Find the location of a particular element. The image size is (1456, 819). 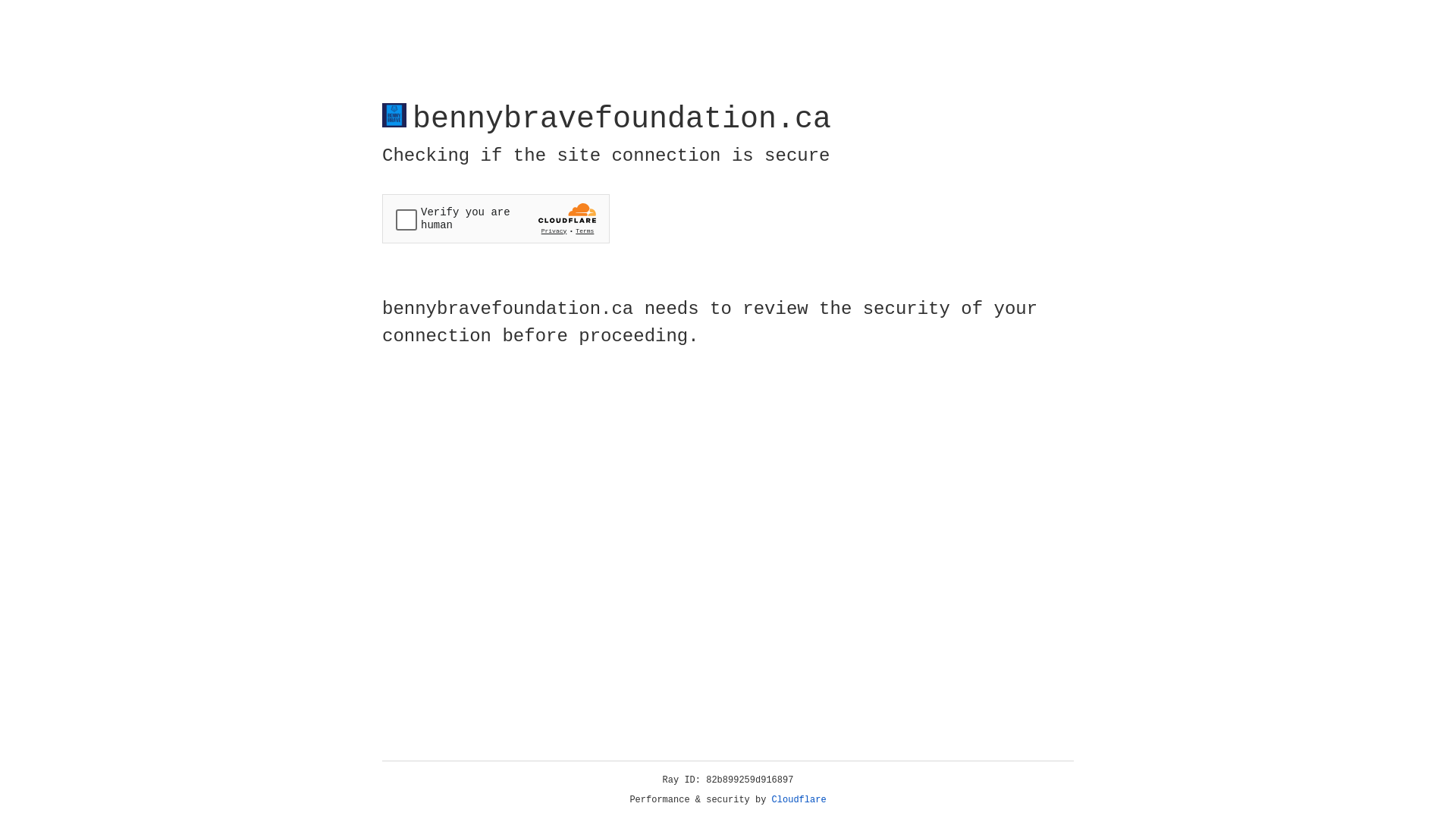

'Widget containing a Cloudflare security challenge' is located at coordinates (495, 218).